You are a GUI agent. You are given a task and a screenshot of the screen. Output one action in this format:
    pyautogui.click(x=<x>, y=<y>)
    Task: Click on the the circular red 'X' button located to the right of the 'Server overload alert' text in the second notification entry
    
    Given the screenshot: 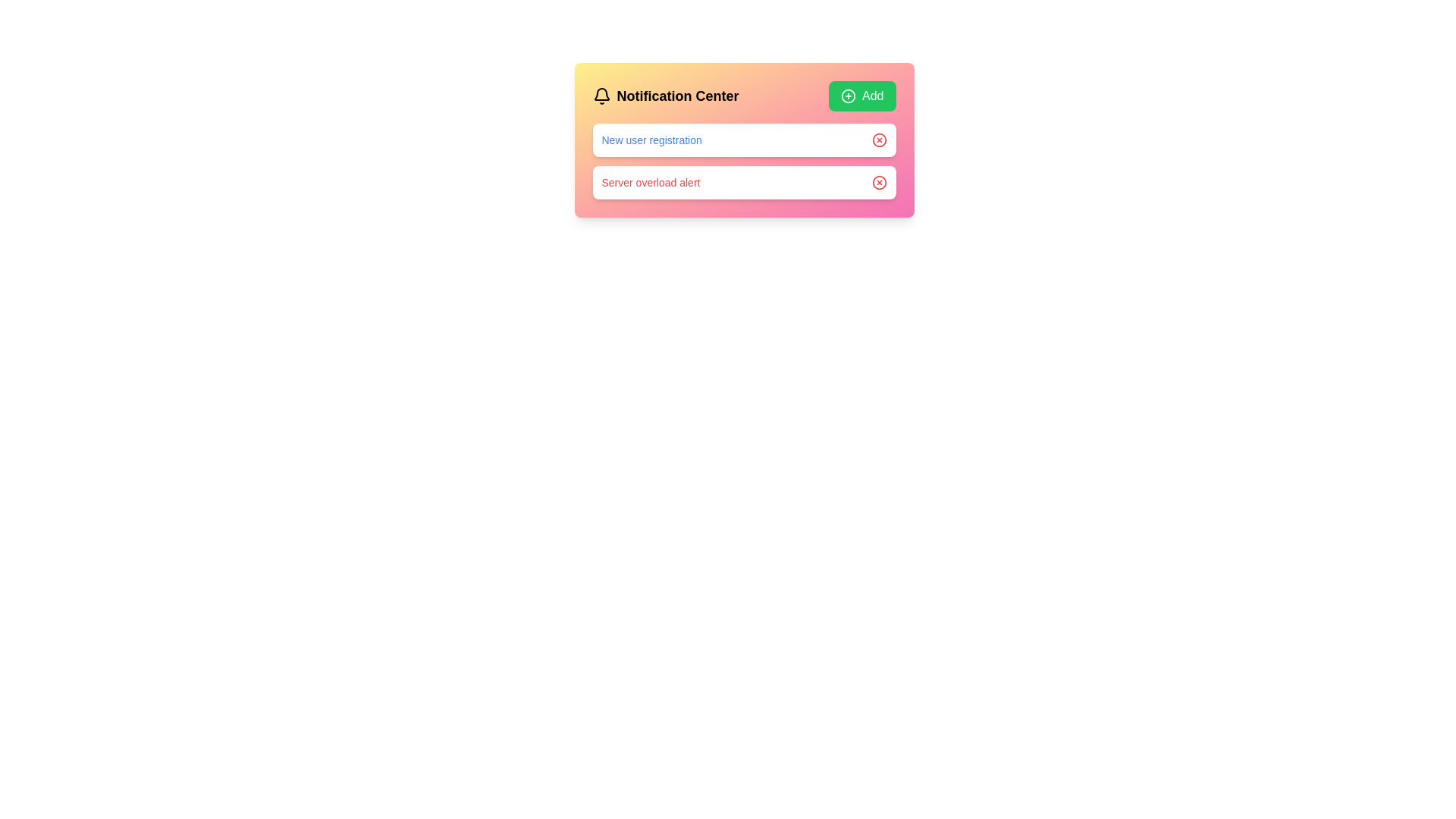 What is the action you would take?
    pyautogui.click(x=879, y=181)
    